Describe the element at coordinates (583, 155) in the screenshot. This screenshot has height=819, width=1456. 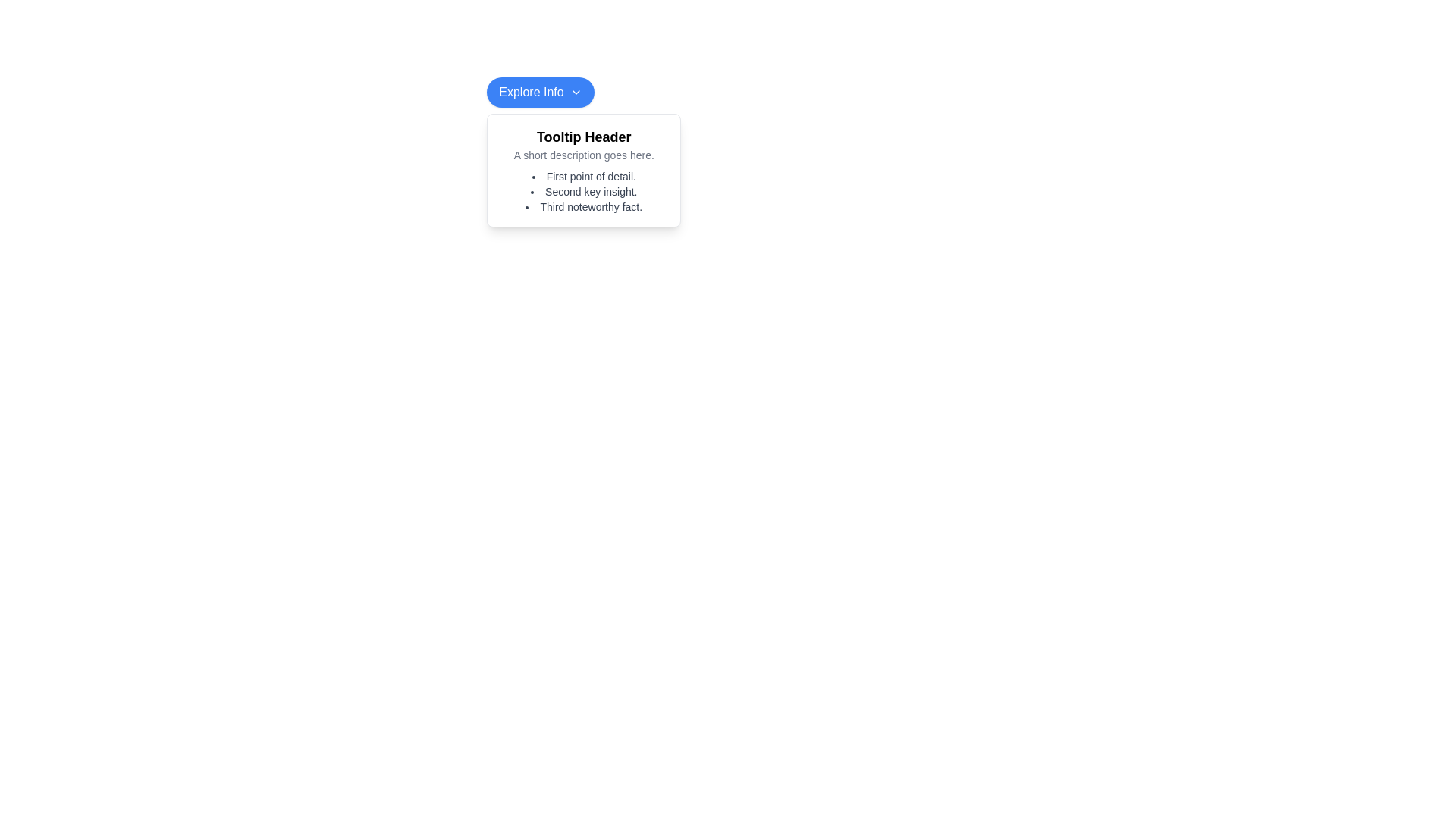
I see `the informational text displayed below the 'Tooltip Header' in the interface, which provides a brief descriptive statement` at that location.